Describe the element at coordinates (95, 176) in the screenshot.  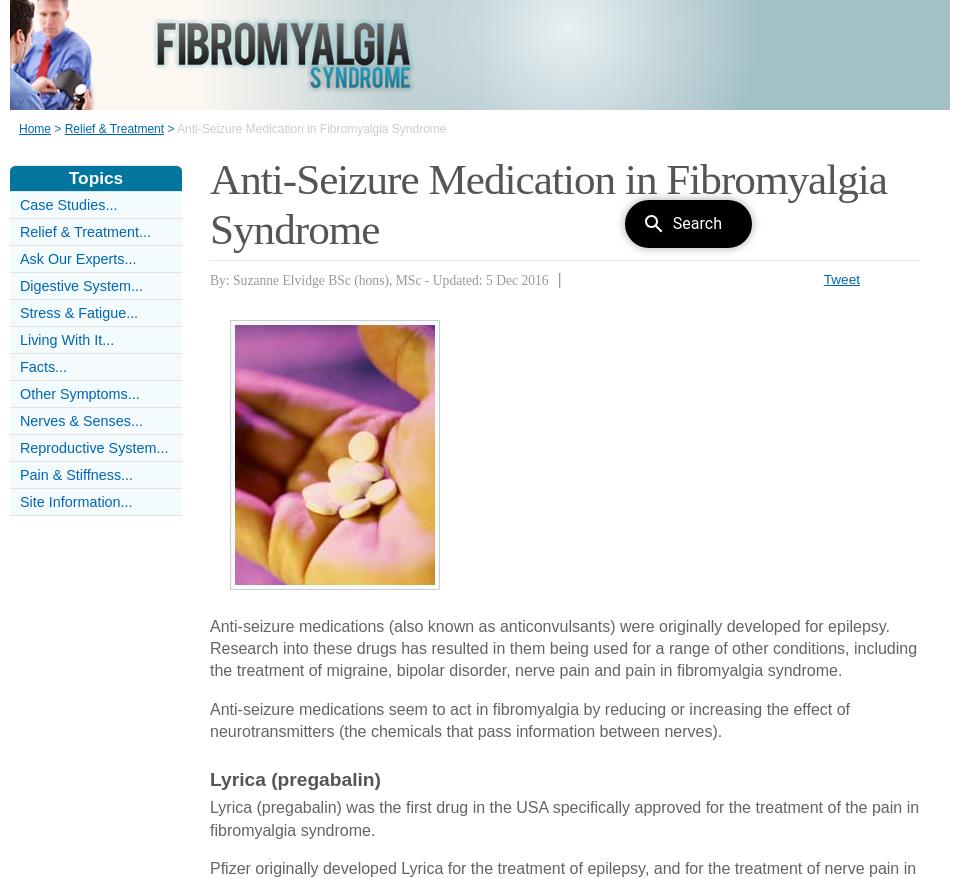
I see `'Topics'` at that location.